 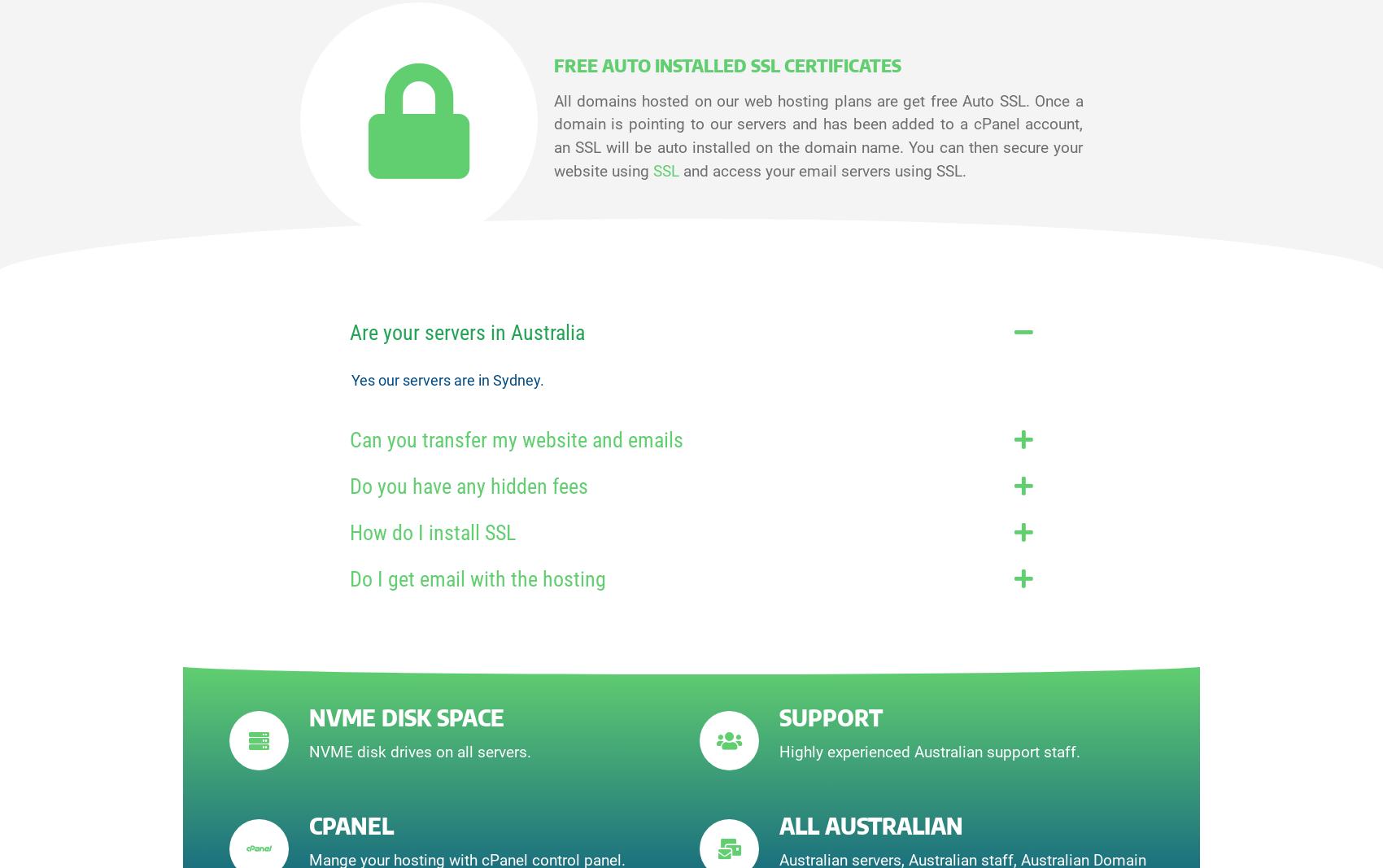 I want to click on 'SSL', so click(x=652, y=171).